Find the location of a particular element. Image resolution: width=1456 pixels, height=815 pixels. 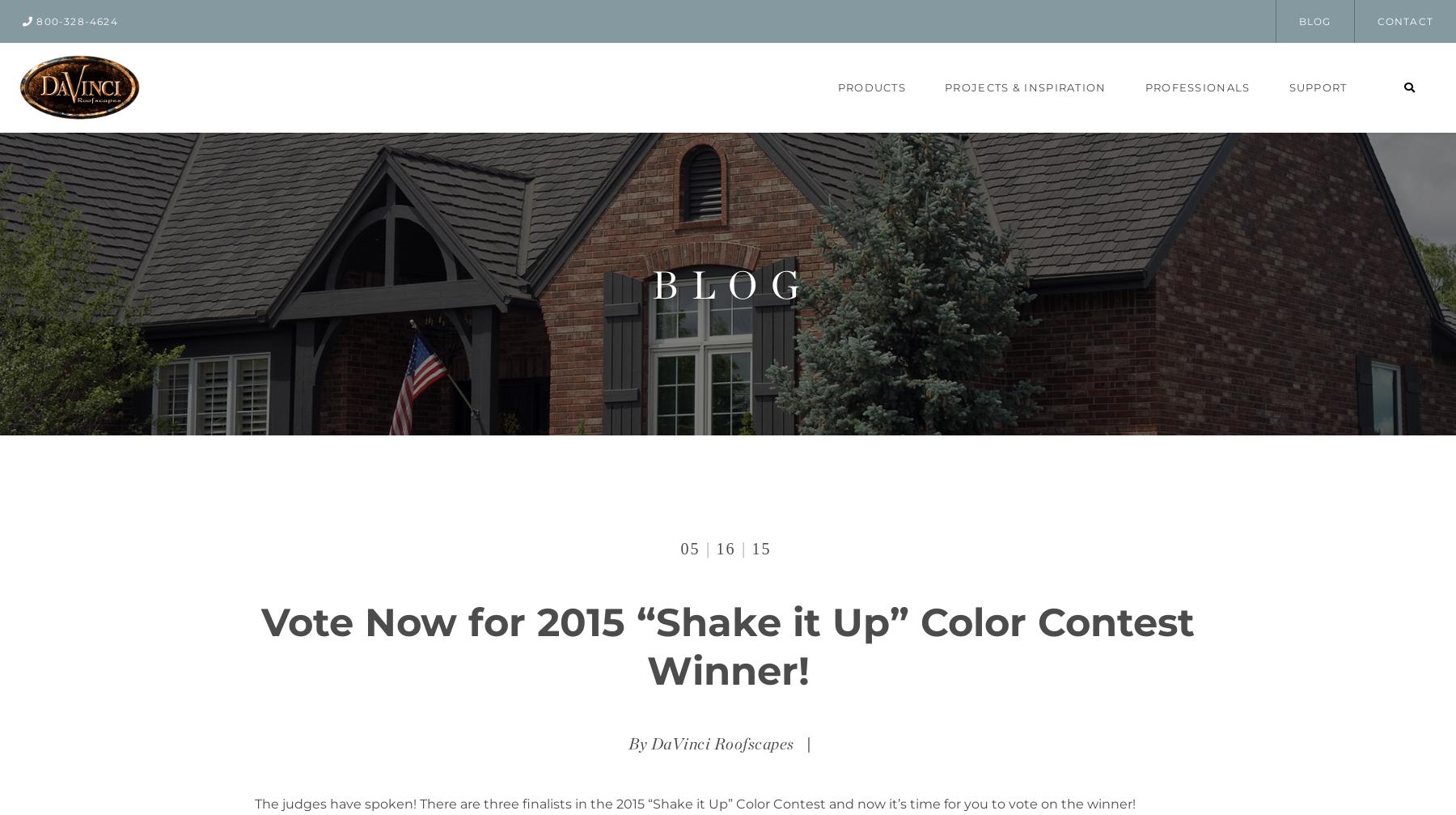

'The judges have spoken! There are three finalists in the 2015 “Shake it Up” Color Contest and now it’s time for you to vote on the winner!' is located at coordinates (695, 803).